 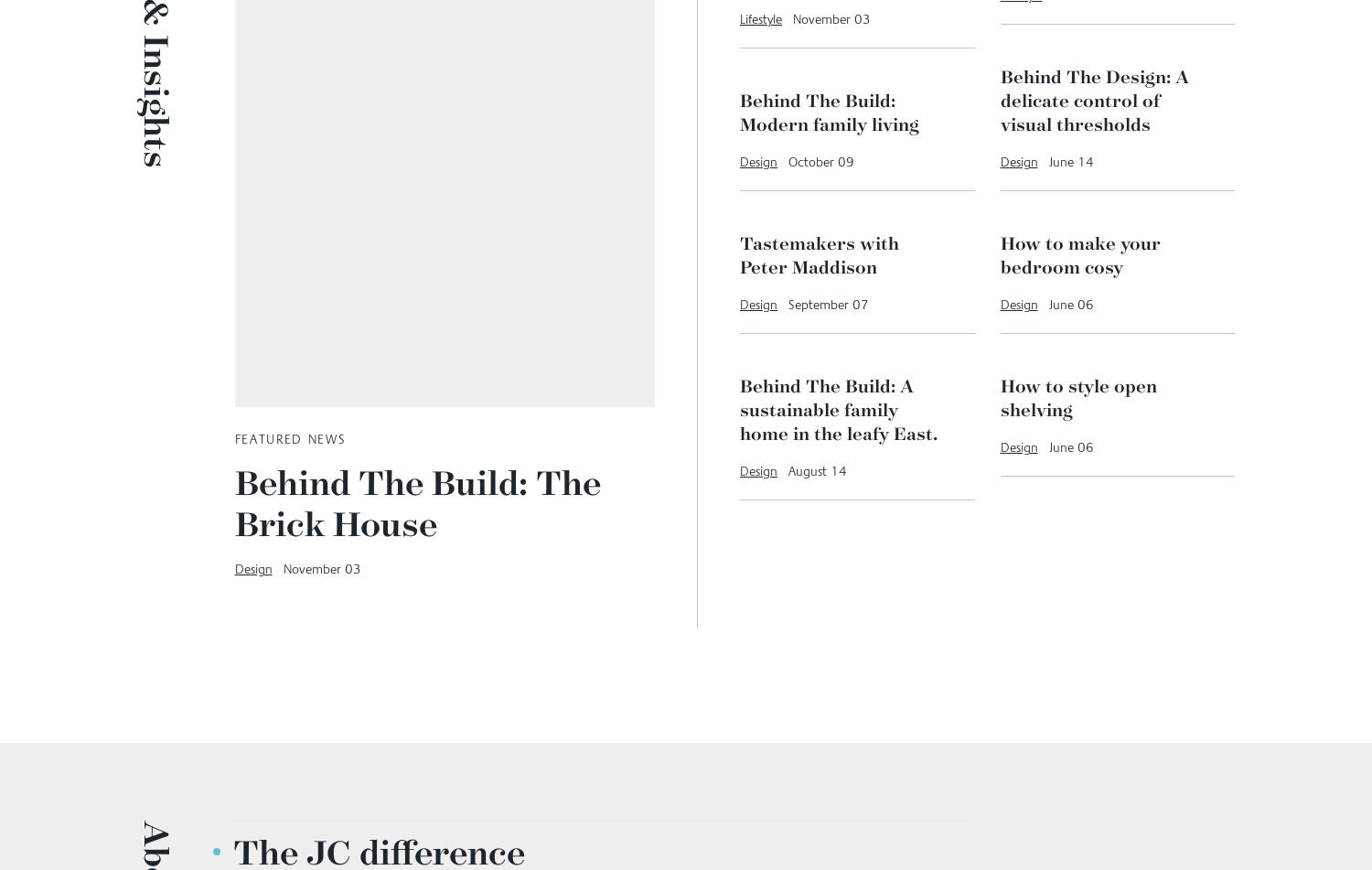 What do you see at coordinates (288, 438) in the screenshot?
I see `'FEATURED NEWS'` at bounding box center [288, 438].